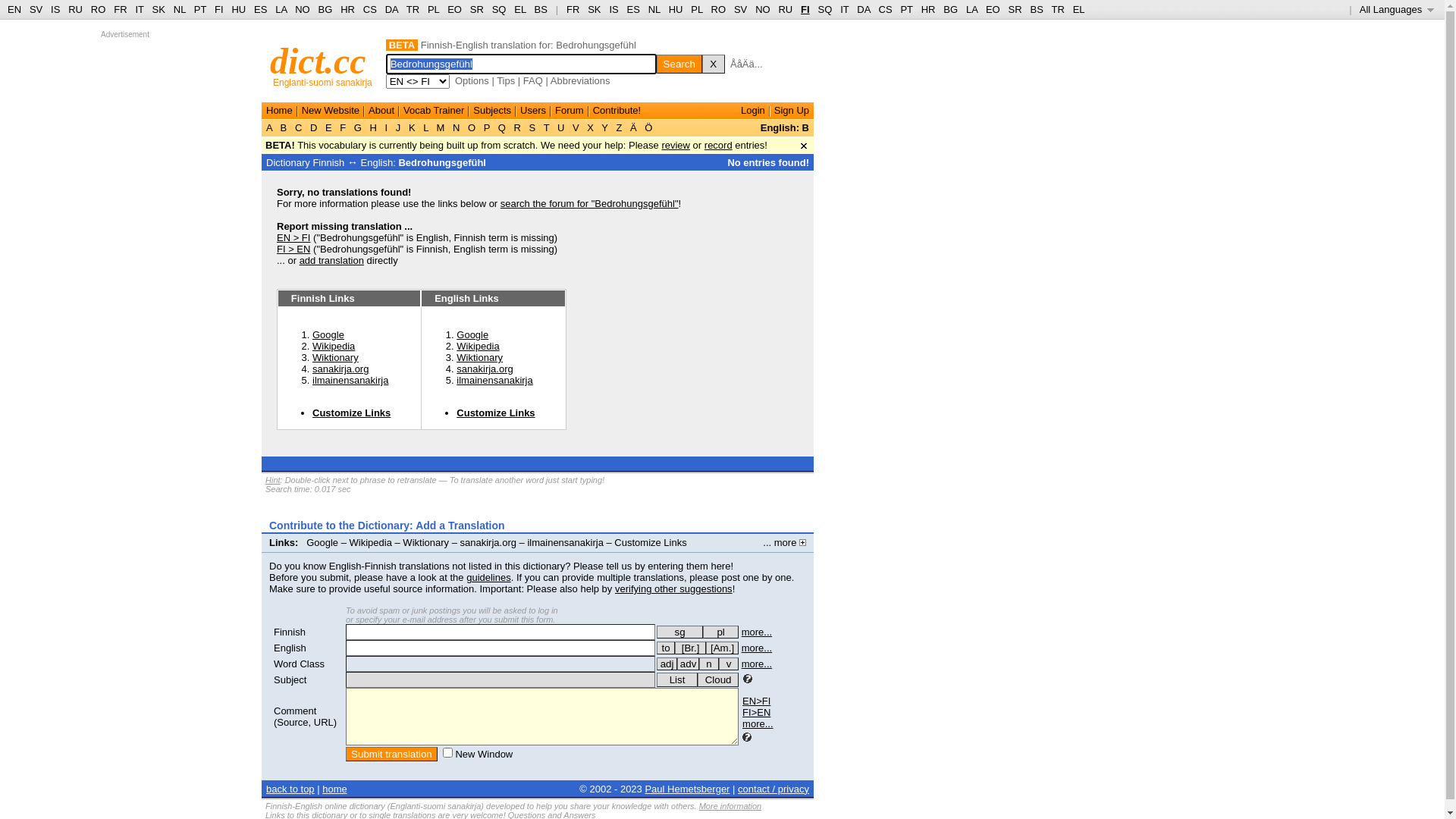 The width and height of the screenshot is (1456, 819). I want to click on 'HR', so click(347, 9).